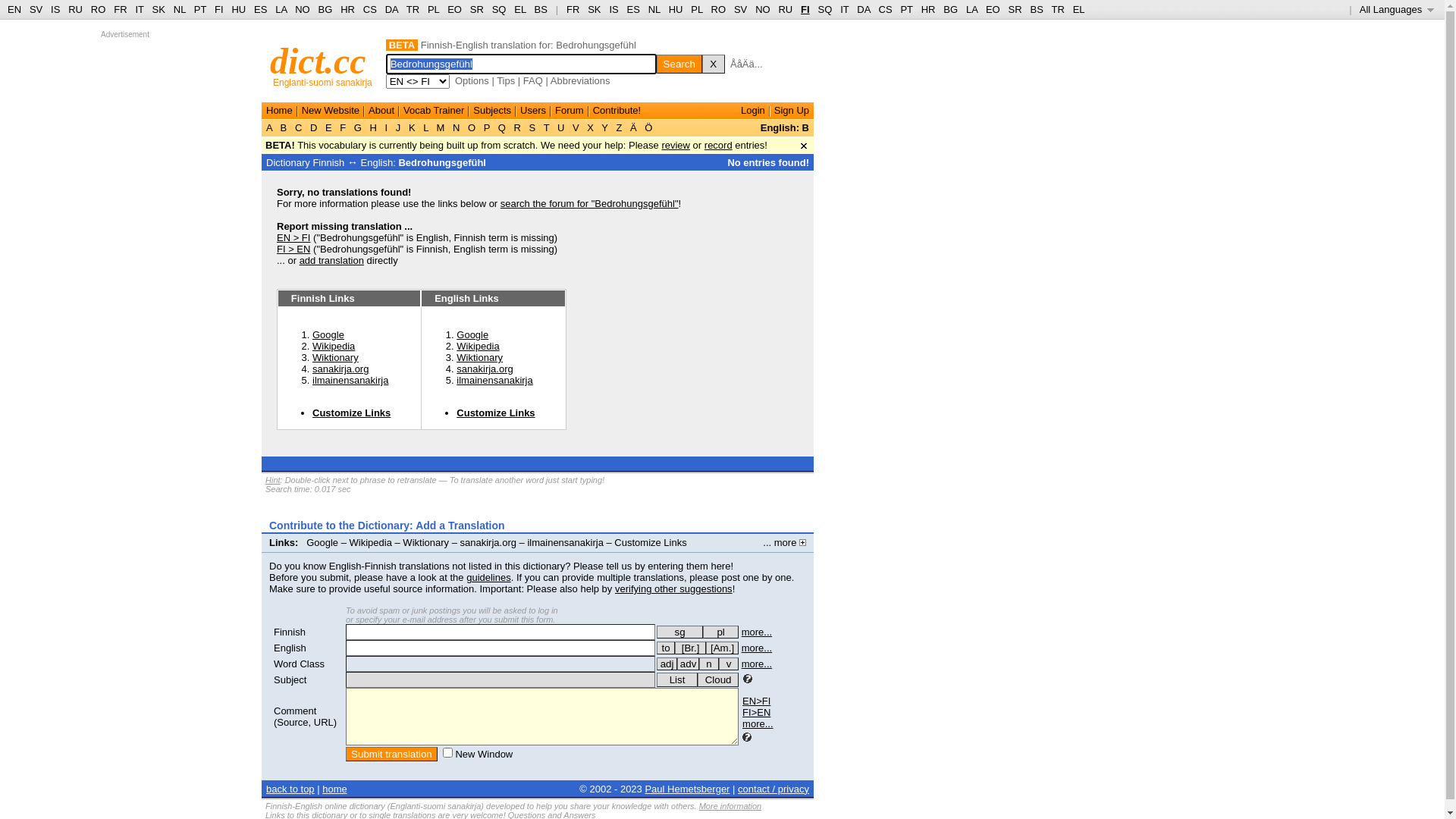 The width and height of the screenshot is (1456, 819). I want to click on 'HR', so click(347, 9).